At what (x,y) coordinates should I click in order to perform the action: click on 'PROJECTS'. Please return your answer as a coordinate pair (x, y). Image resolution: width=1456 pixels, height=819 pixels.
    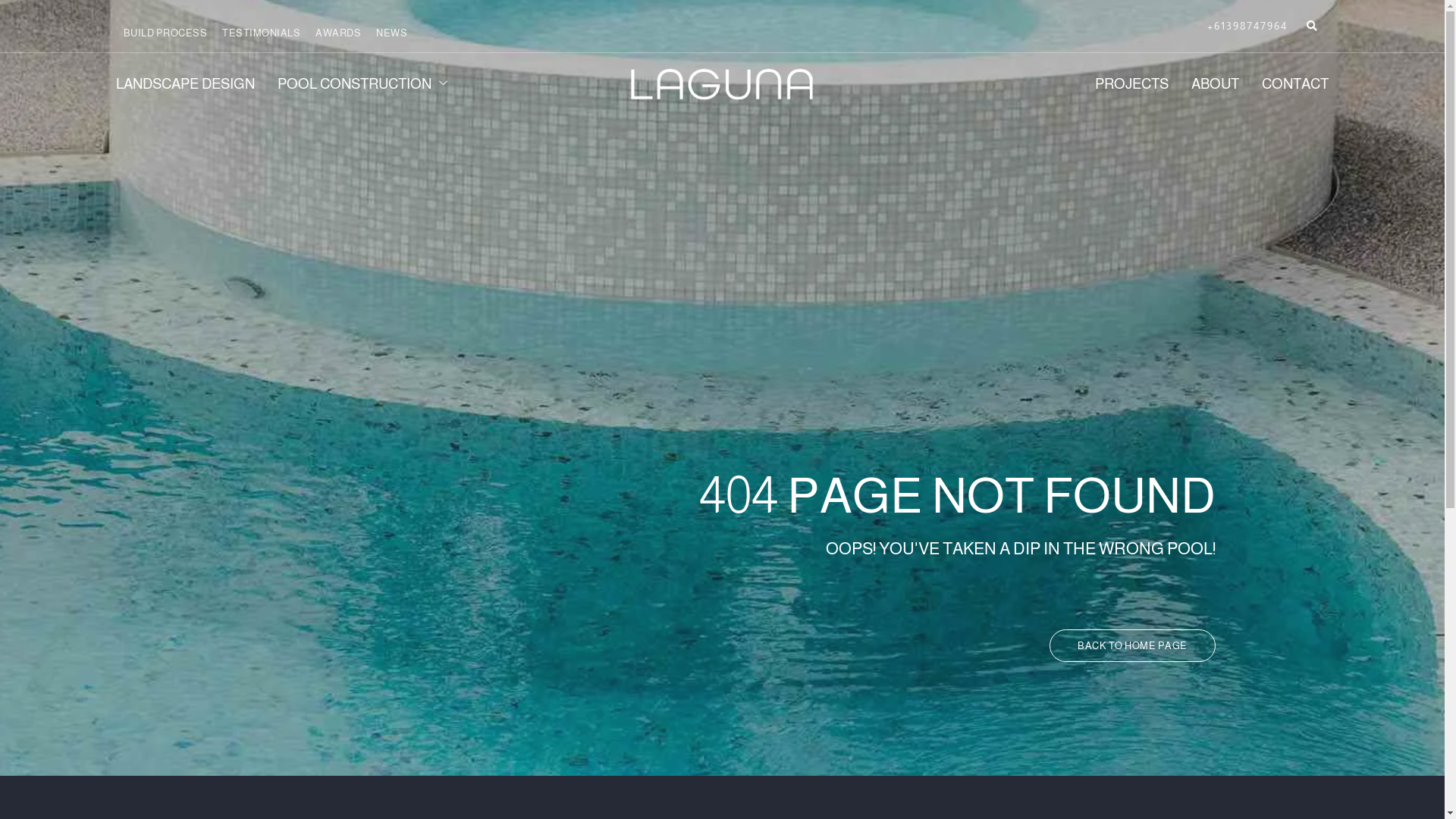
    Looking at the image, I should click on (1072, 84).